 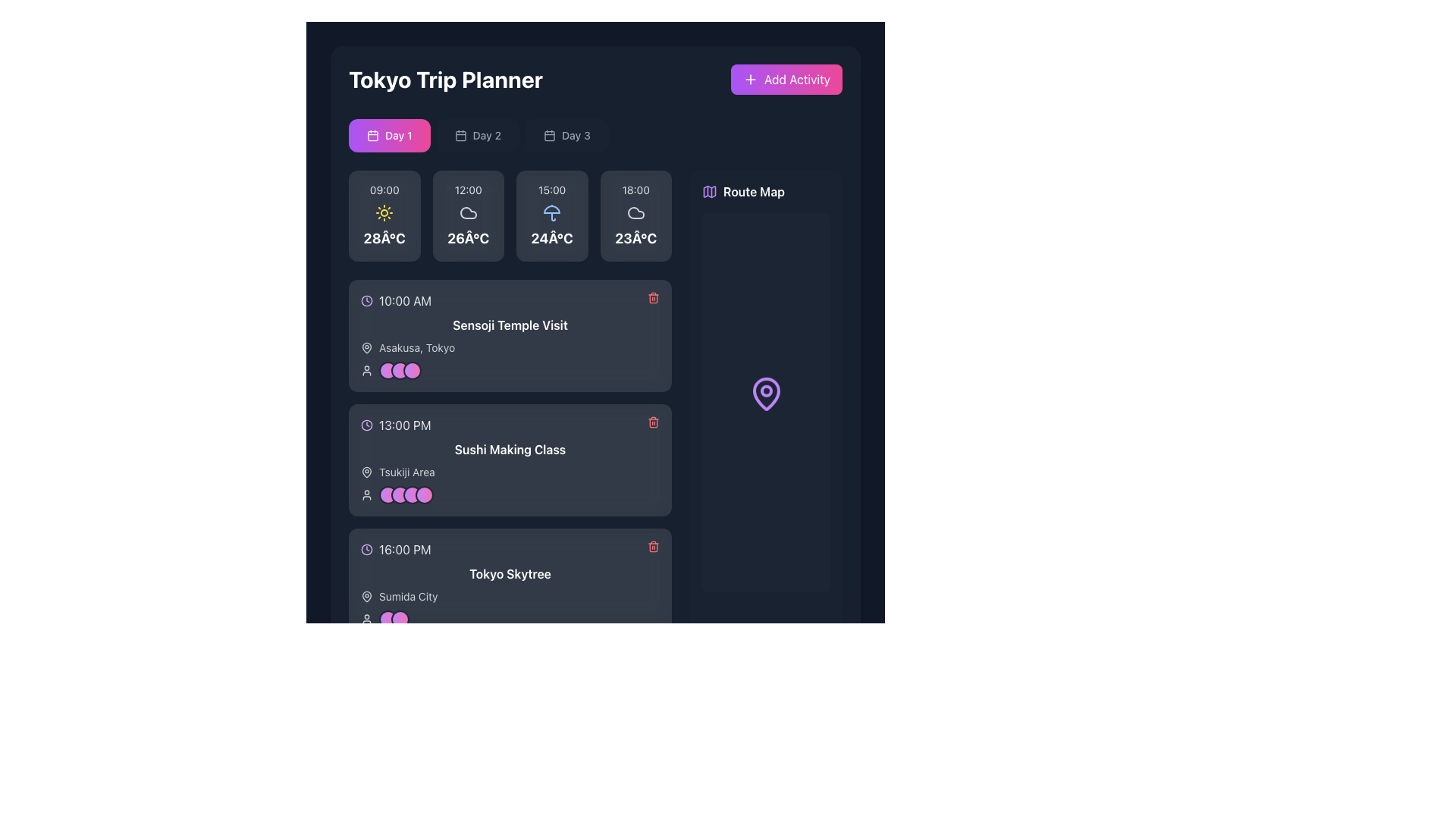 What do you see at coordinates (635, 213) in the screenshot?
I see `the cloud shape icon located in the third weather tile under the 'Day 1' tab in the 'Tokyo Trip Planner' application, corresponding to the 18:00 time slot` at bounding box center [635, 213].